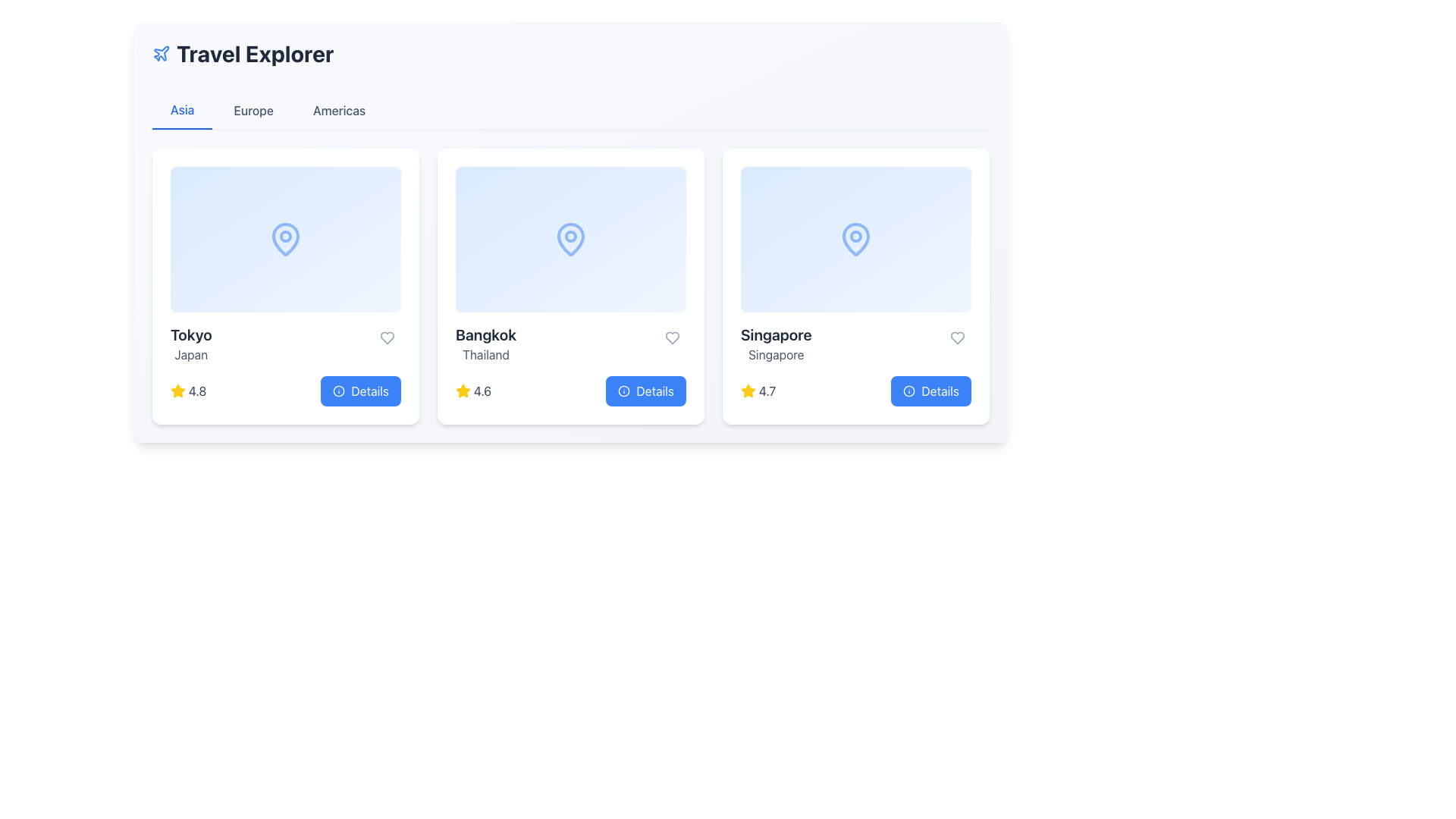 This screenshot has height=819, width=1456. What do you see at coordinates (767, 391) in the screenshot?
I see `the text label displaying the rating value '4.7' located in the bottom-left section of the third city card, which is immediately to the right of a yellow star icon` at bounding box center [767, 391].